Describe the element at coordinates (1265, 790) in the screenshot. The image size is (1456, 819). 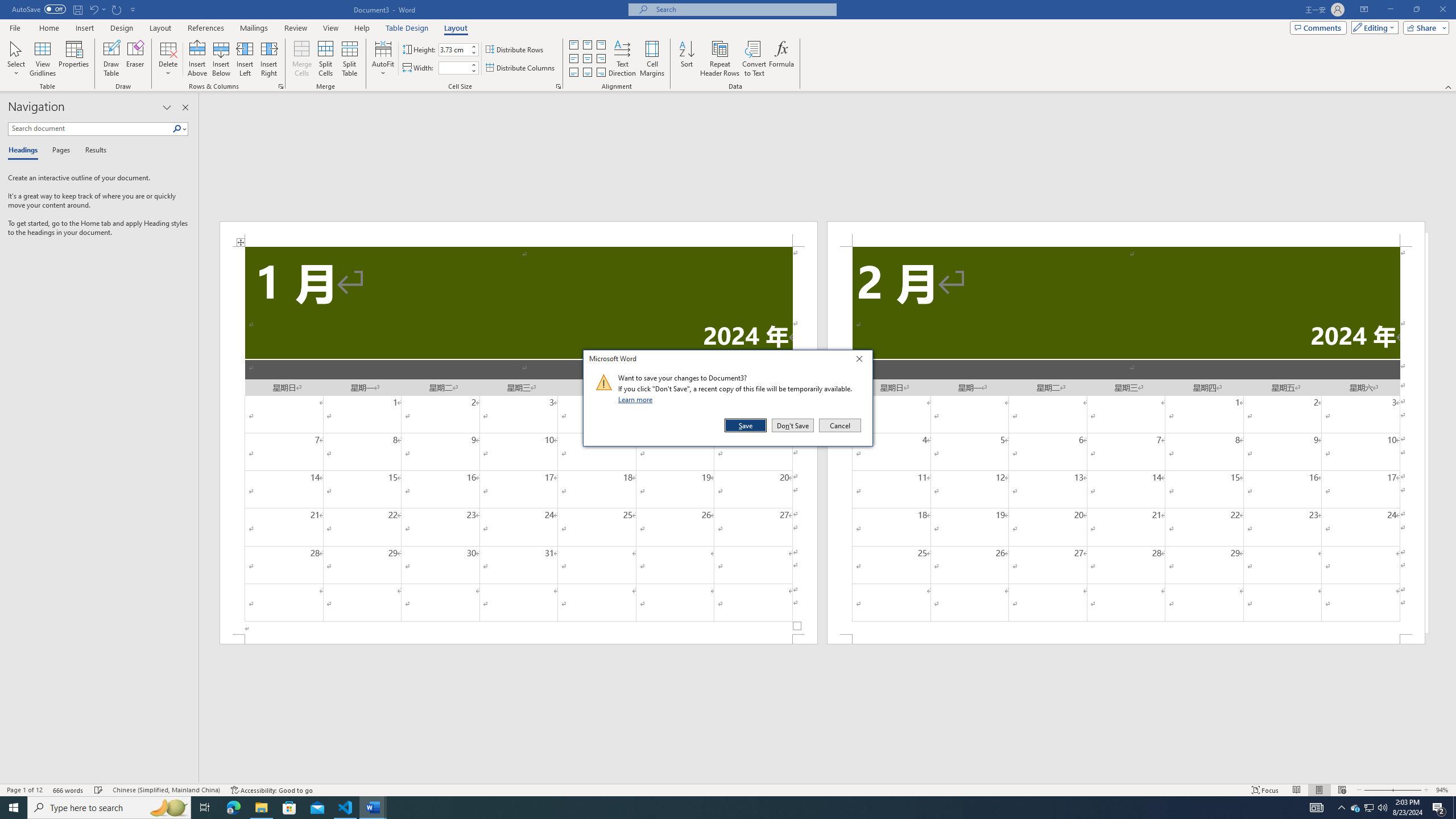
I see `'Focus '` at that location.